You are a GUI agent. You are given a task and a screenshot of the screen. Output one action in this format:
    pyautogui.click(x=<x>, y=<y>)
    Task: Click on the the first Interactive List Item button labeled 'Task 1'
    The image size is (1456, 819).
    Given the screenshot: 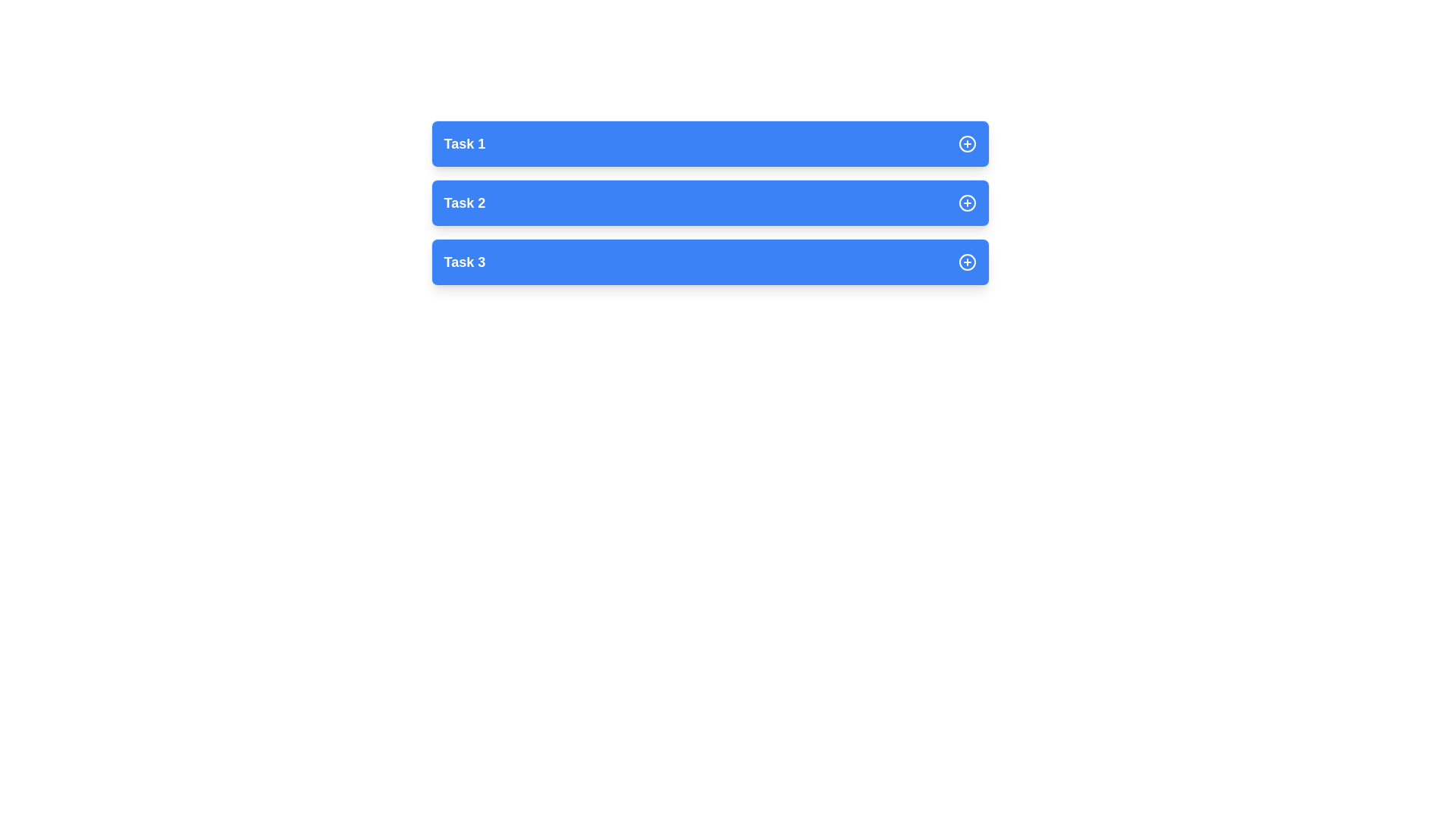 What is the action you would take?
    pyautogui.click(x=709, y=143)
    